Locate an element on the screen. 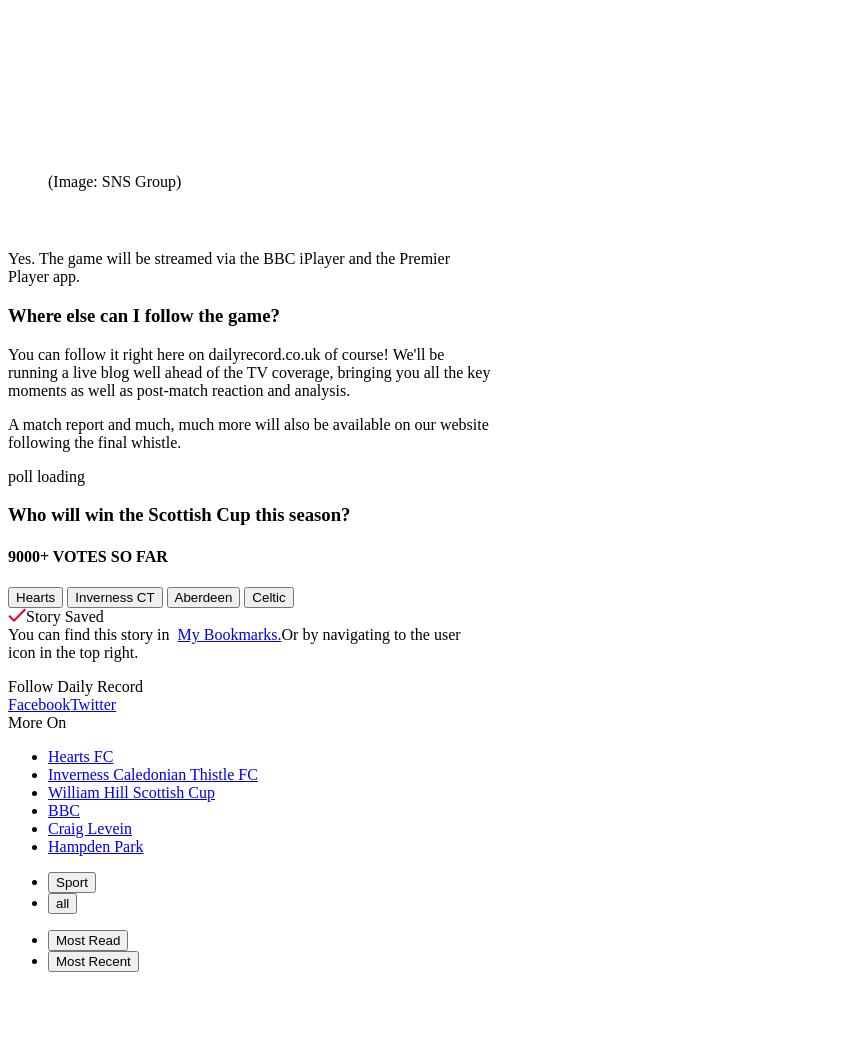  'Or by navigating to the user icon in the top right.' is located at coordinates (7, 641).